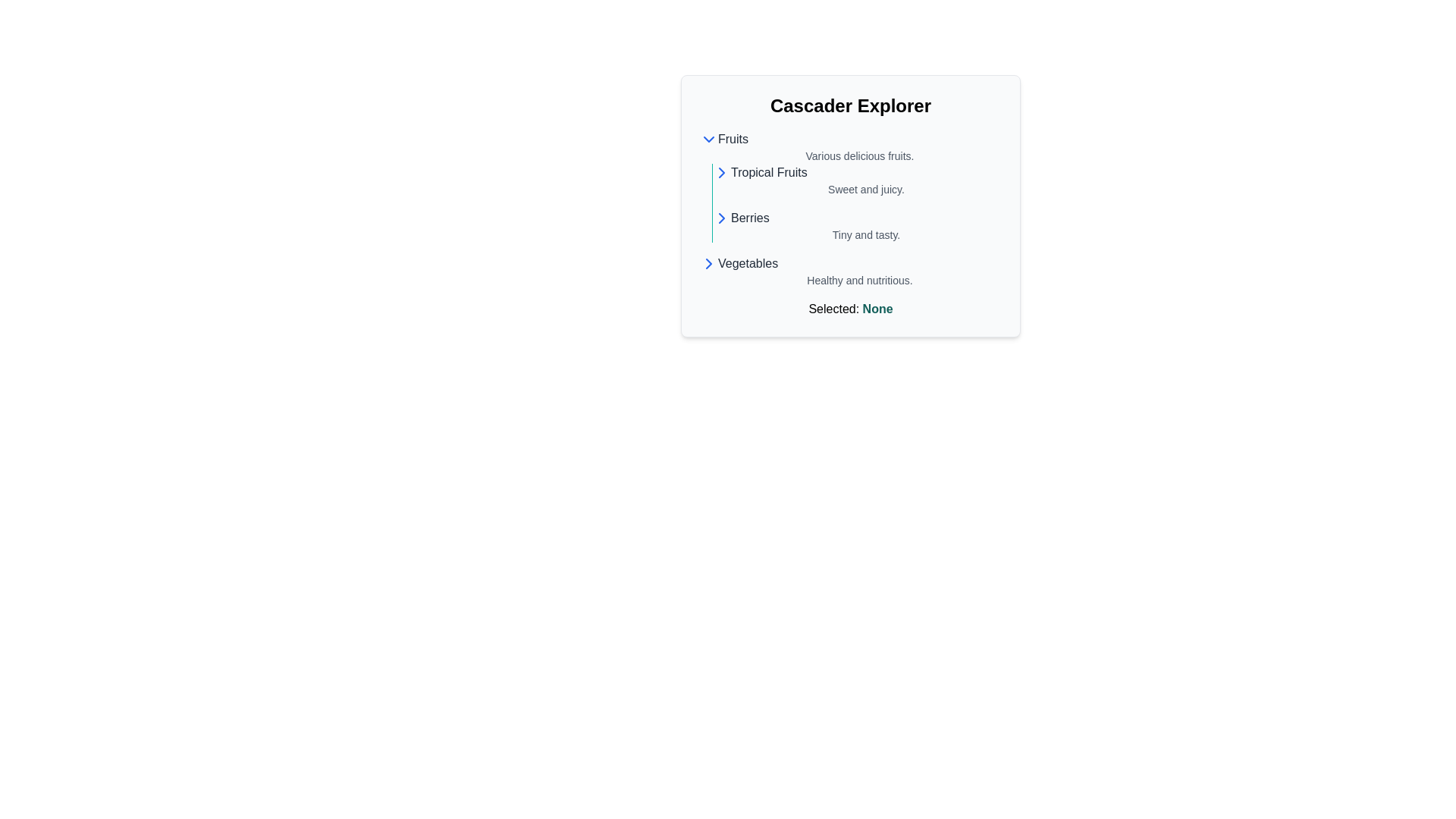 Image resolution: width=1456 pixels, height=819 pixels. What do you see at coordinates (708, 140) in the screenshot?
I see `the Icon button located to the immediate left of the text 'Fruits'` at bounding box center [708, 140].